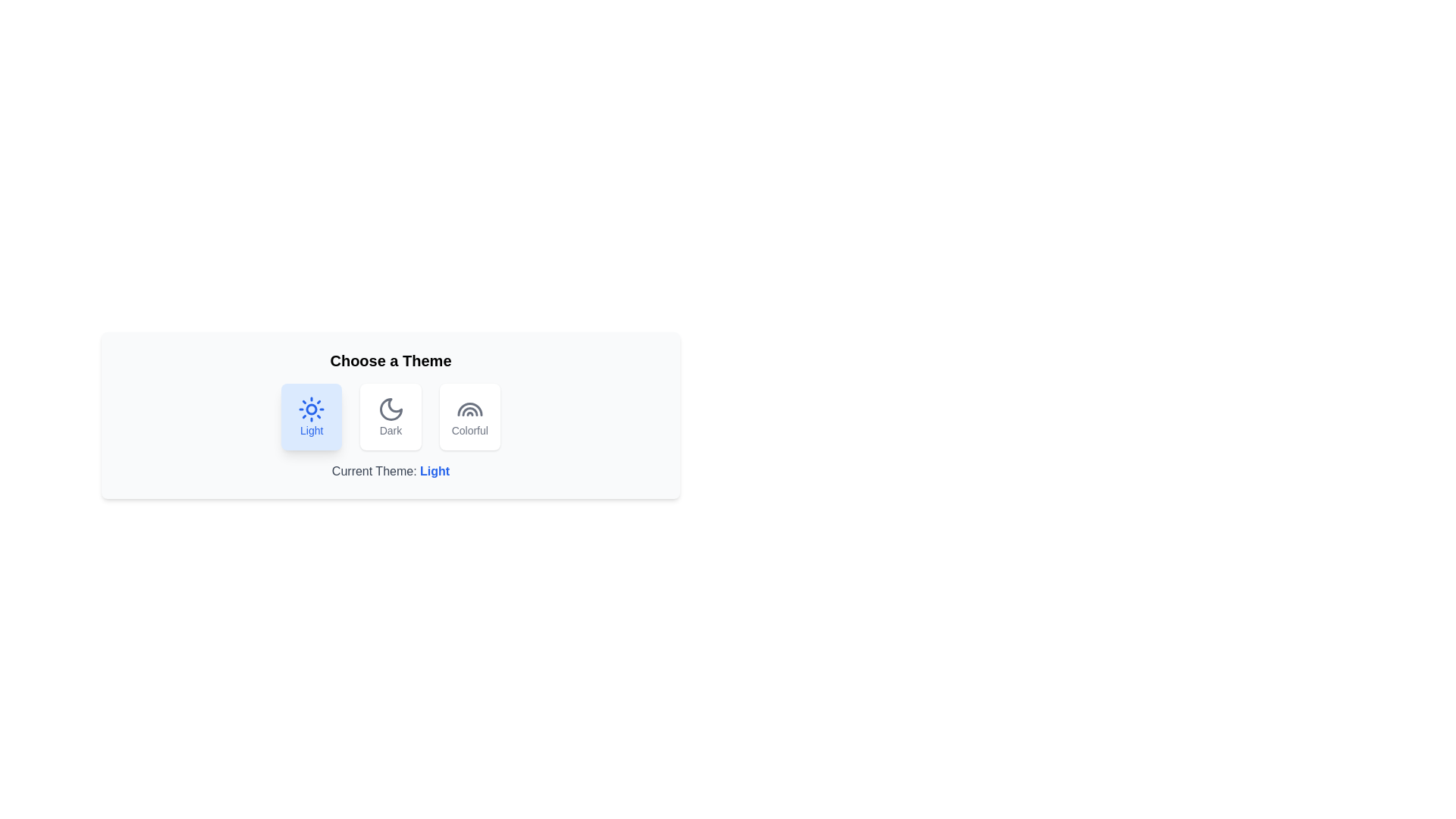  I want to click on the Colorful button to see the hover effect, so click(469, 417).